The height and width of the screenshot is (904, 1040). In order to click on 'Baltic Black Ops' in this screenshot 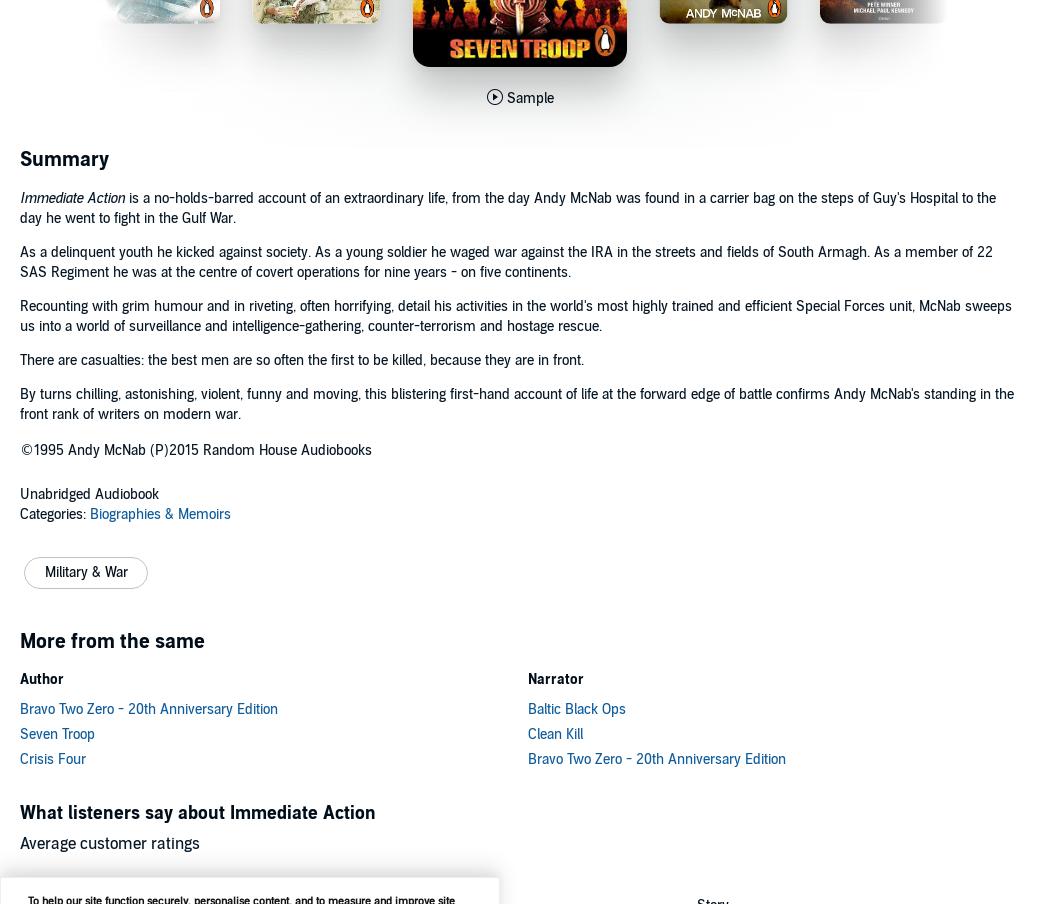, I will do `click(527, 708)`.